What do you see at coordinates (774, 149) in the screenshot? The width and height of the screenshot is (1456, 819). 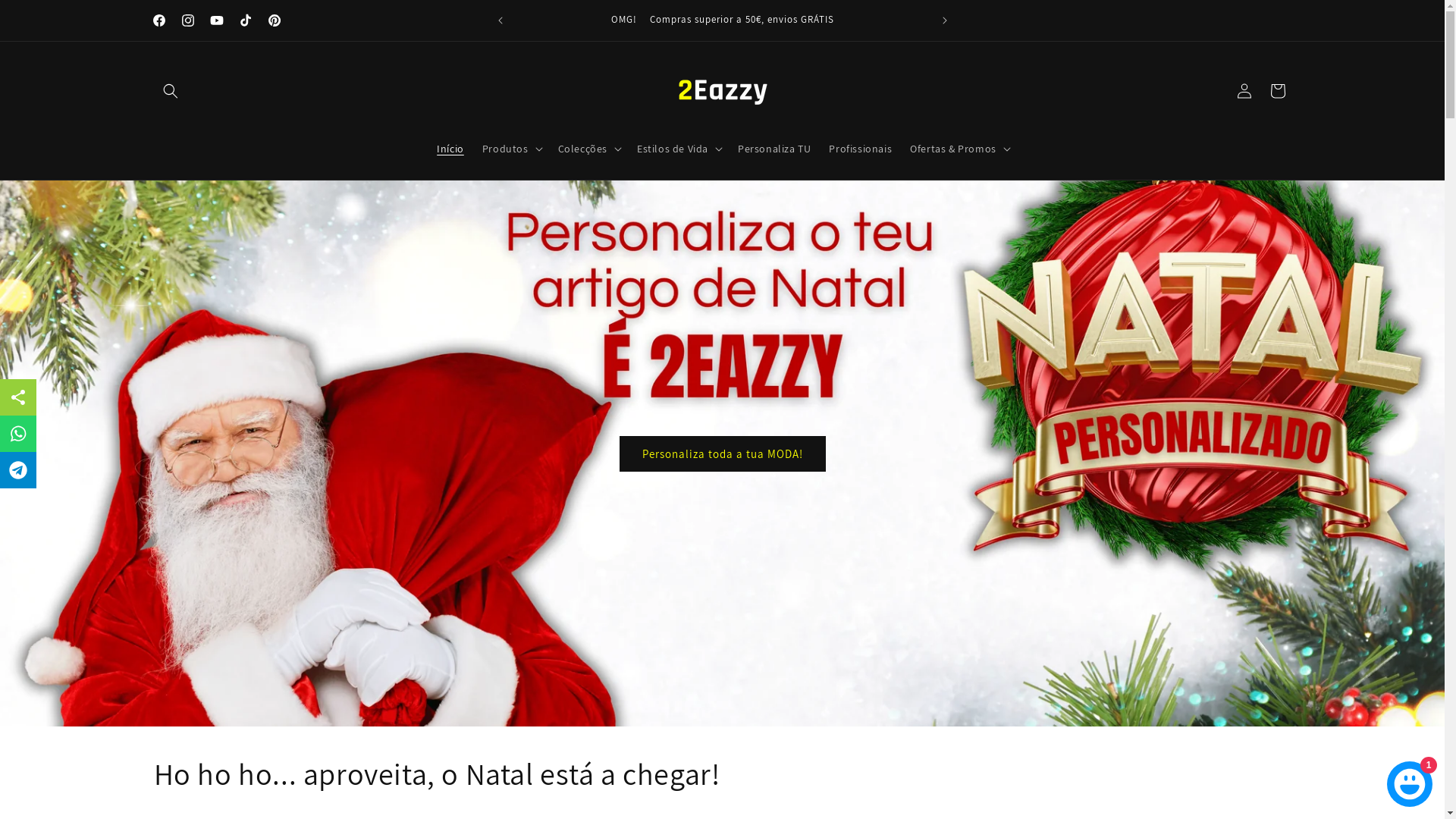 I see `'Personaliza TU'` at bounding box center [774, 149].